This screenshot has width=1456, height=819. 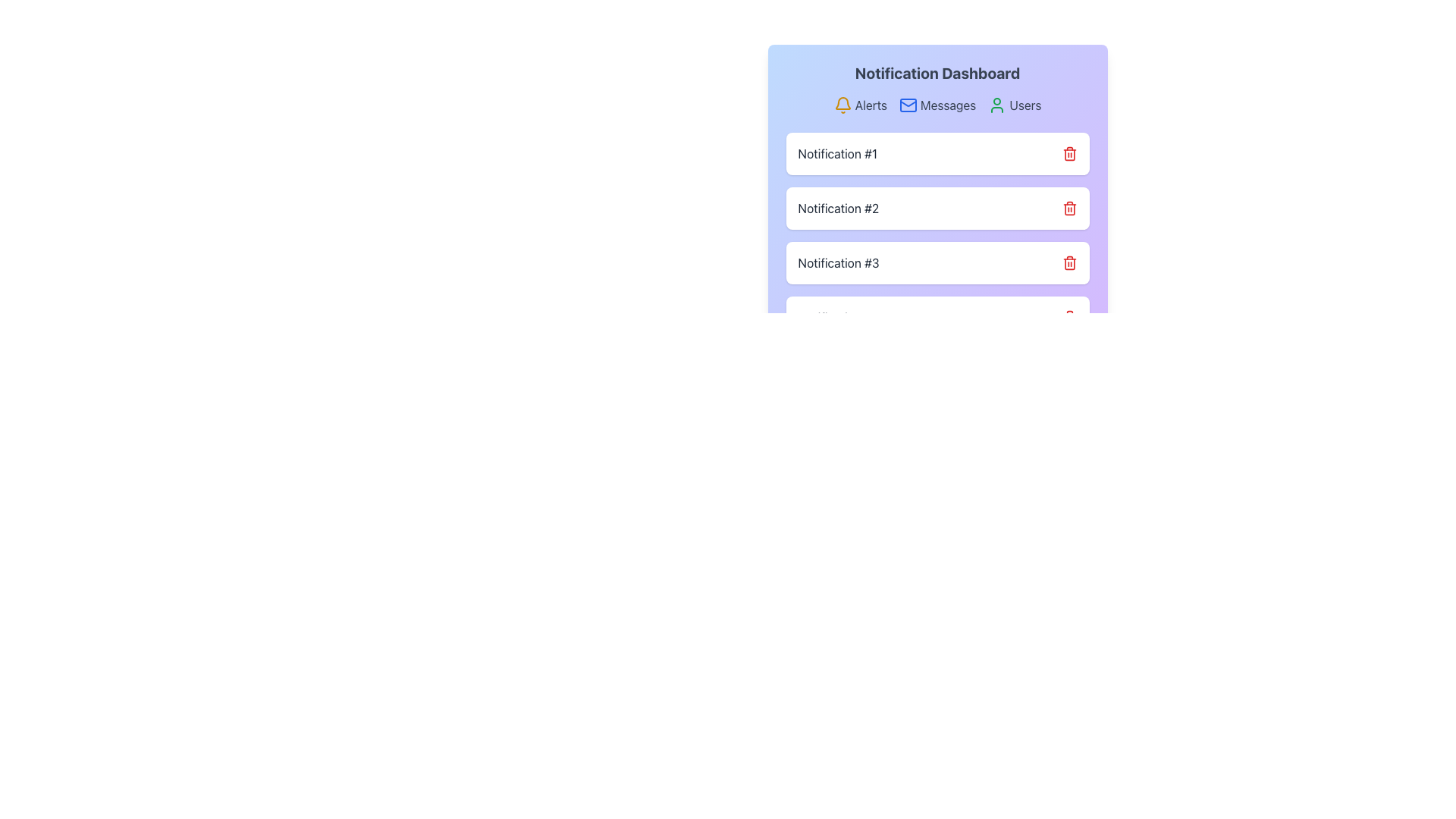 I want to click on the 'Users' text label in the horizontal navigation bar, so click(x=1025, y=104).